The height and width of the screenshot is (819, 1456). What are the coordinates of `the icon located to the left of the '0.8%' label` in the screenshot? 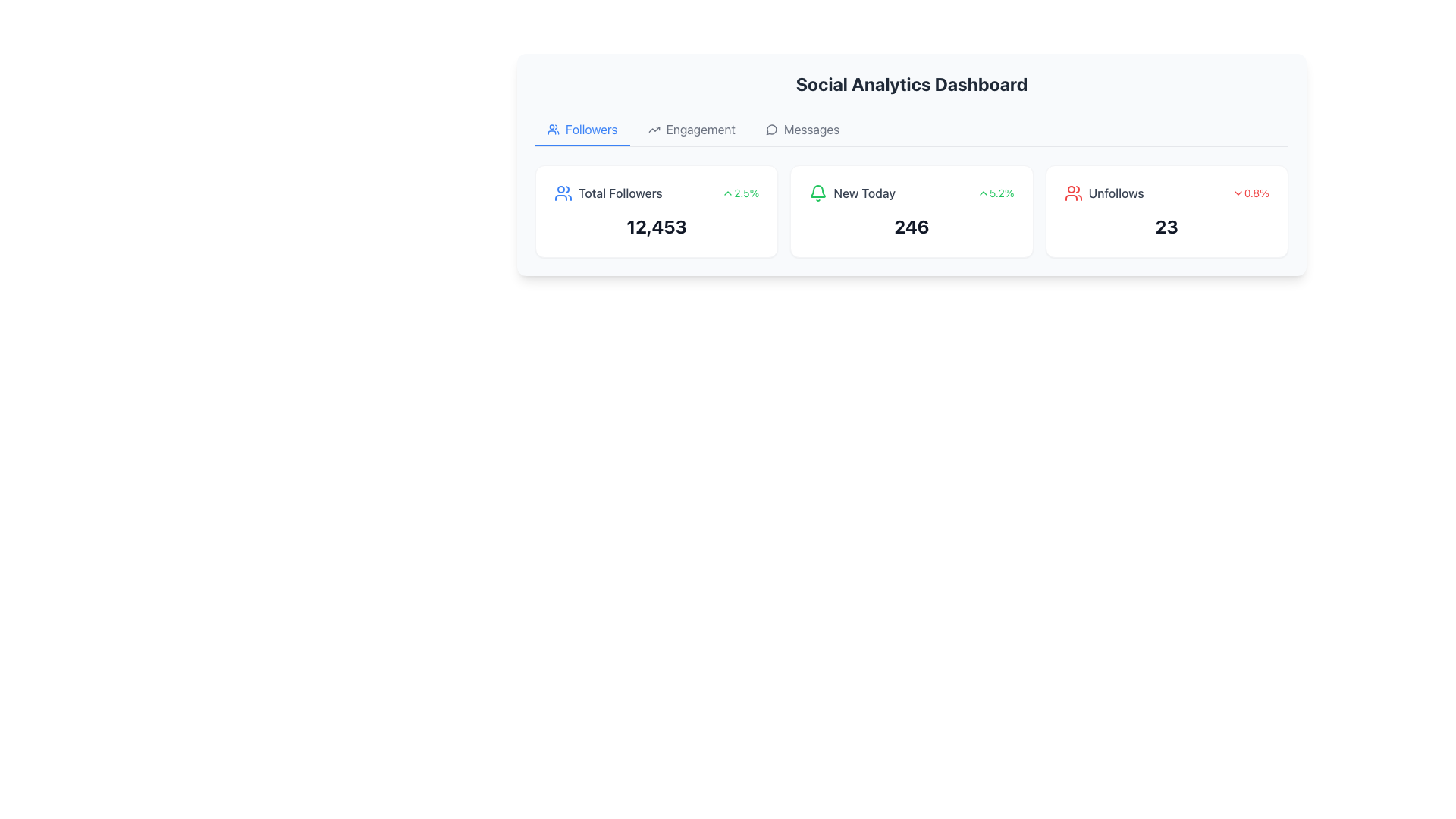 It's located at (1238, 192).